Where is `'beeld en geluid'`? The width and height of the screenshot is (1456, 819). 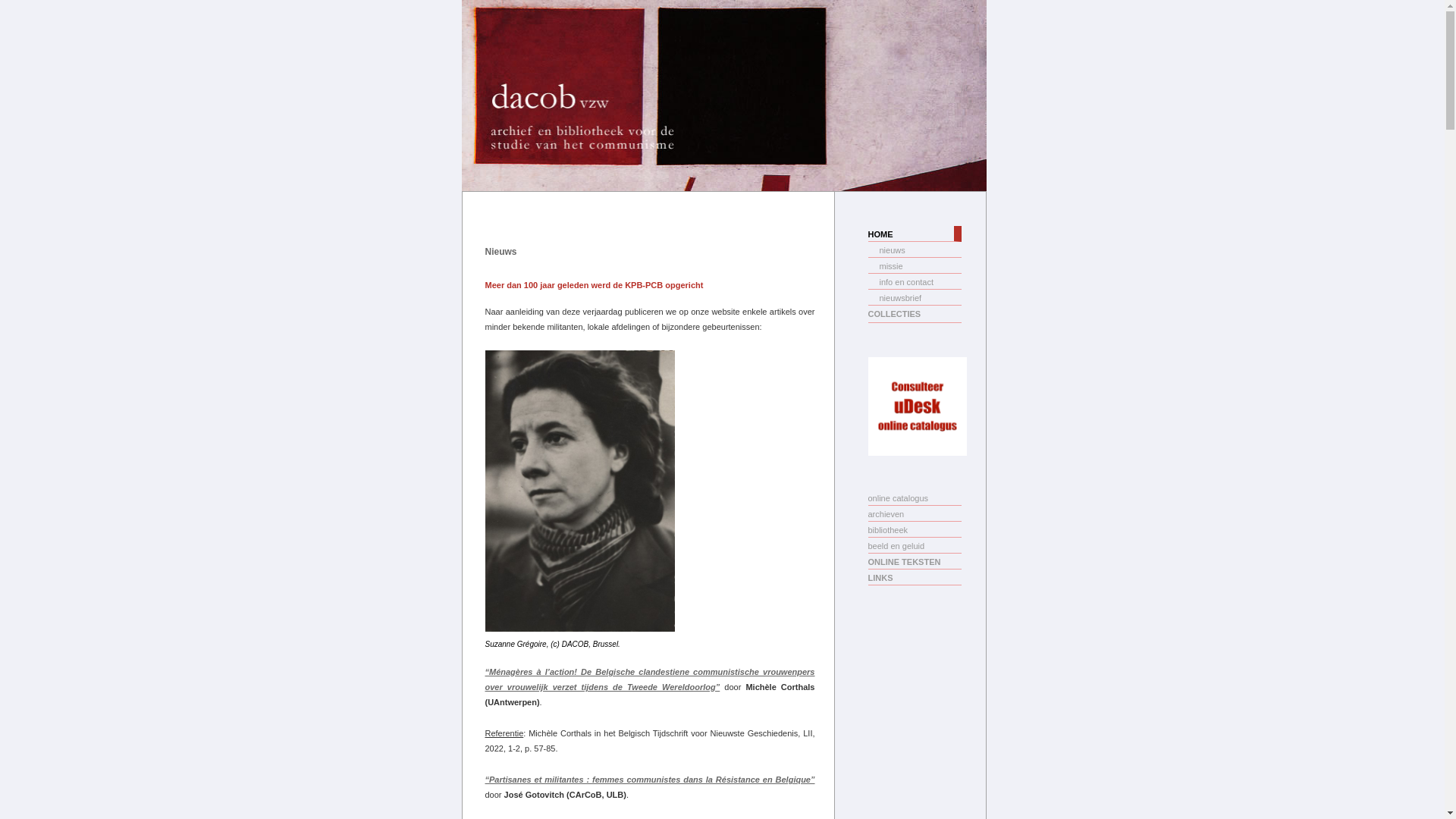 'beeld en geluid' is located at coordinates (913, 544).